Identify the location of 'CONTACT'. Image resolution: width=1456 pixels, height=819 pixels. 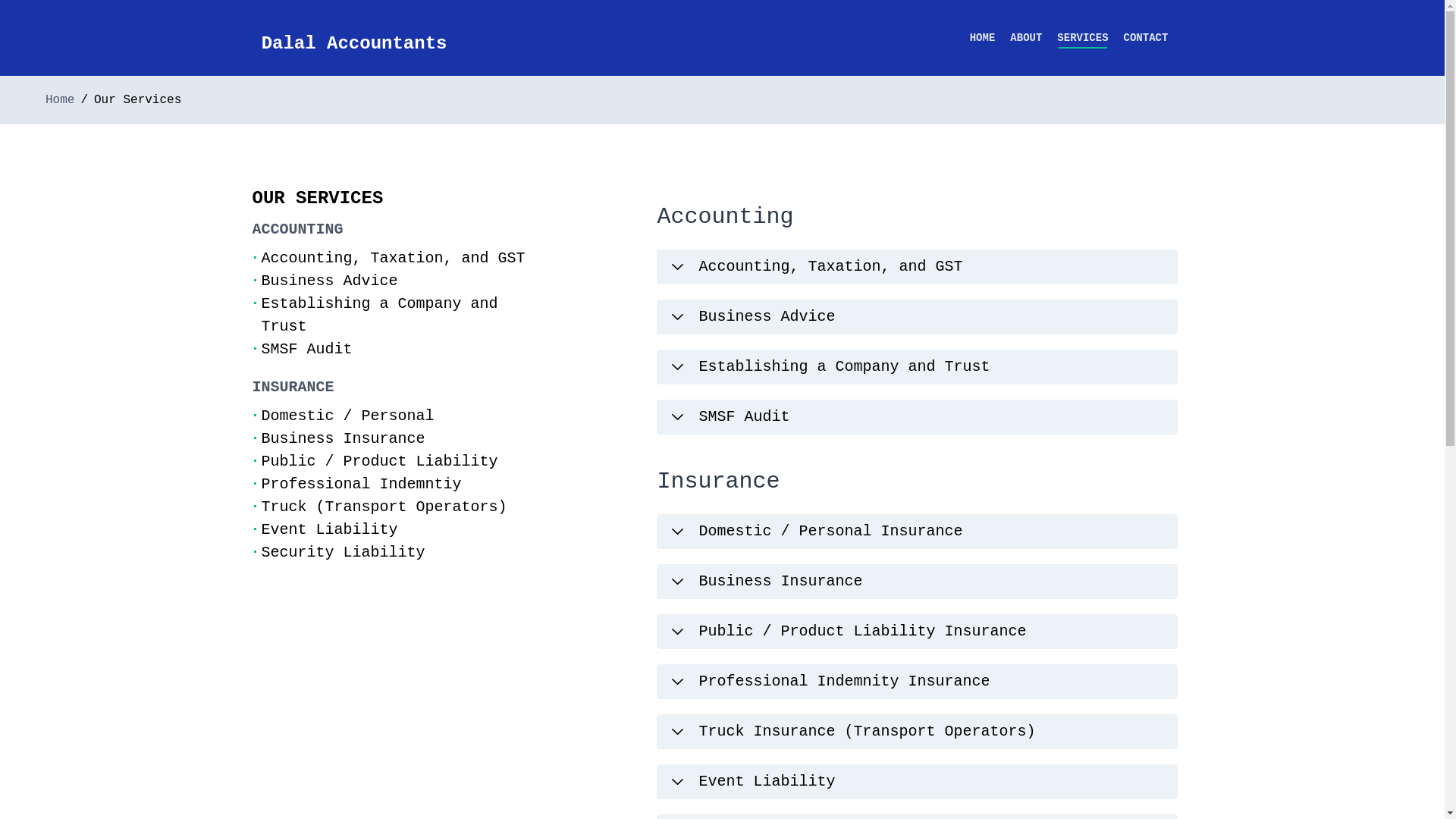
(1124, 37).